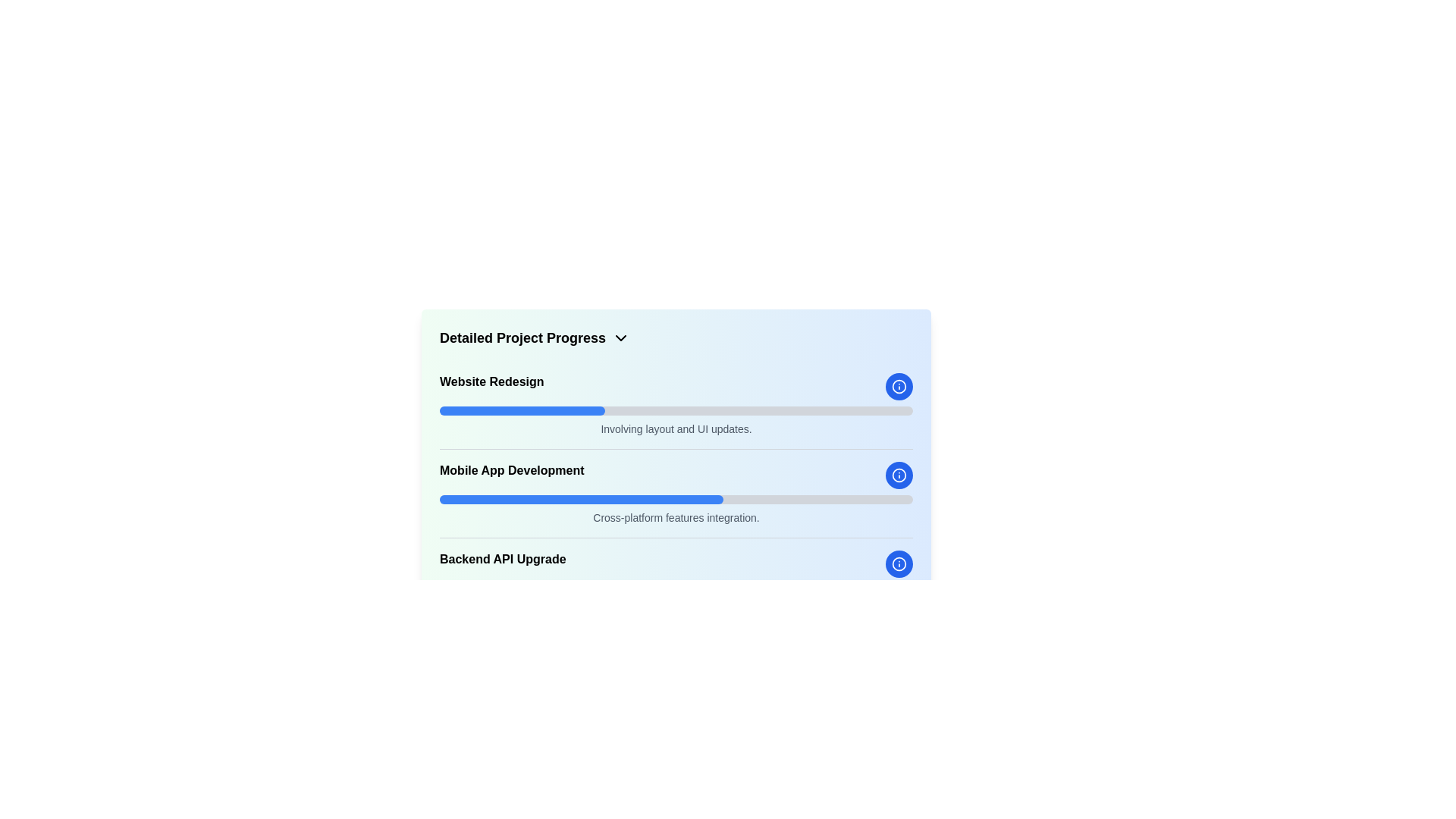  I want to click on the circular information icon with a blue outline located to the right of the progress bar labeled 'Mobile App Development' in the second row of listed projects, so click(899, 385).